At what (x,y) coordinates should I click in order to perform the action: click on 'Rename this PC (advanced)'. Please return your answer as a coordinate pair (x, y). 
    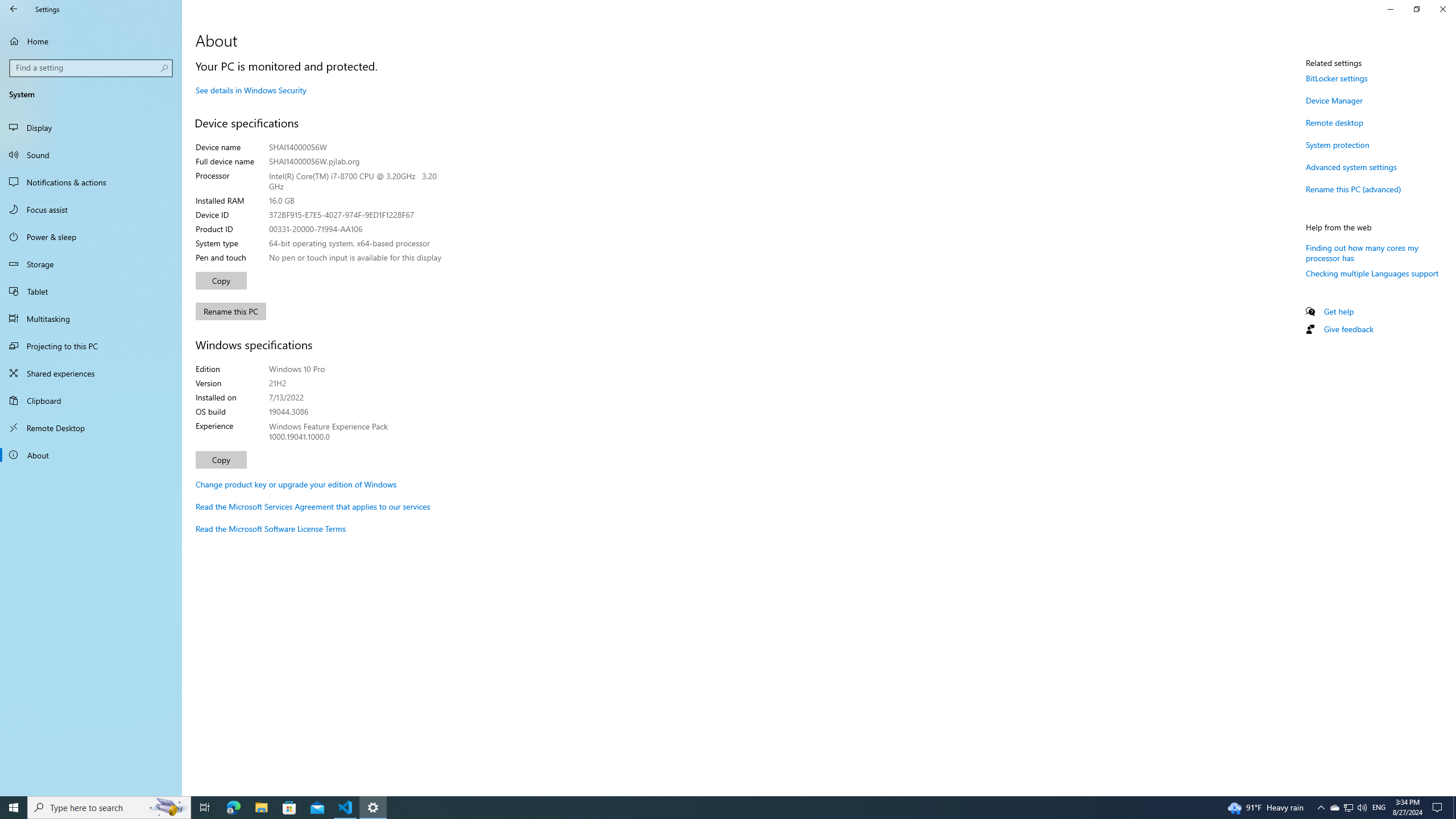
    Looking at the image, I should click on (1352, 189).